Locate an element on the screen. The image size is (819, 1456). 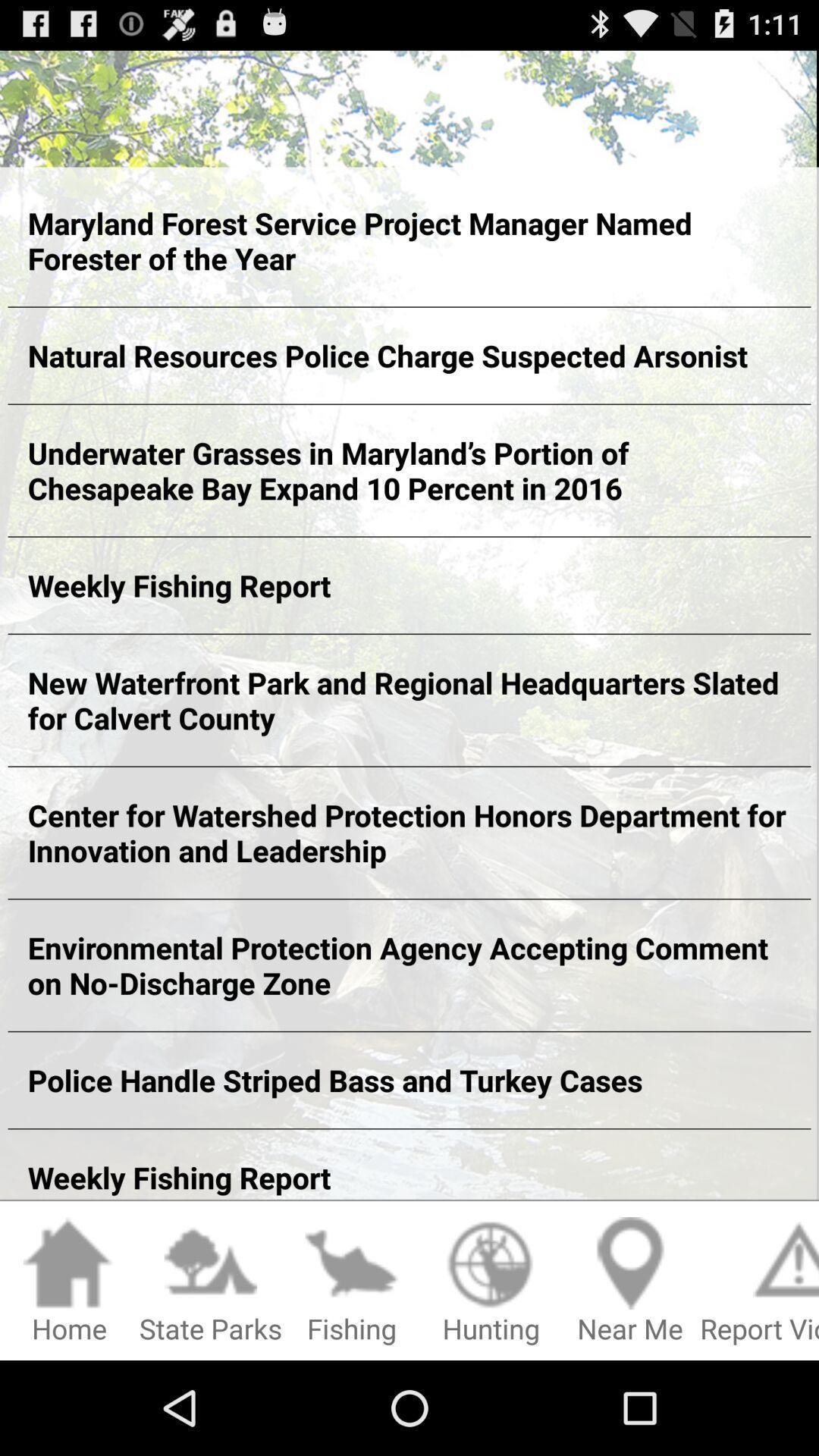
the state parks is located at coordinates (210, 1281).